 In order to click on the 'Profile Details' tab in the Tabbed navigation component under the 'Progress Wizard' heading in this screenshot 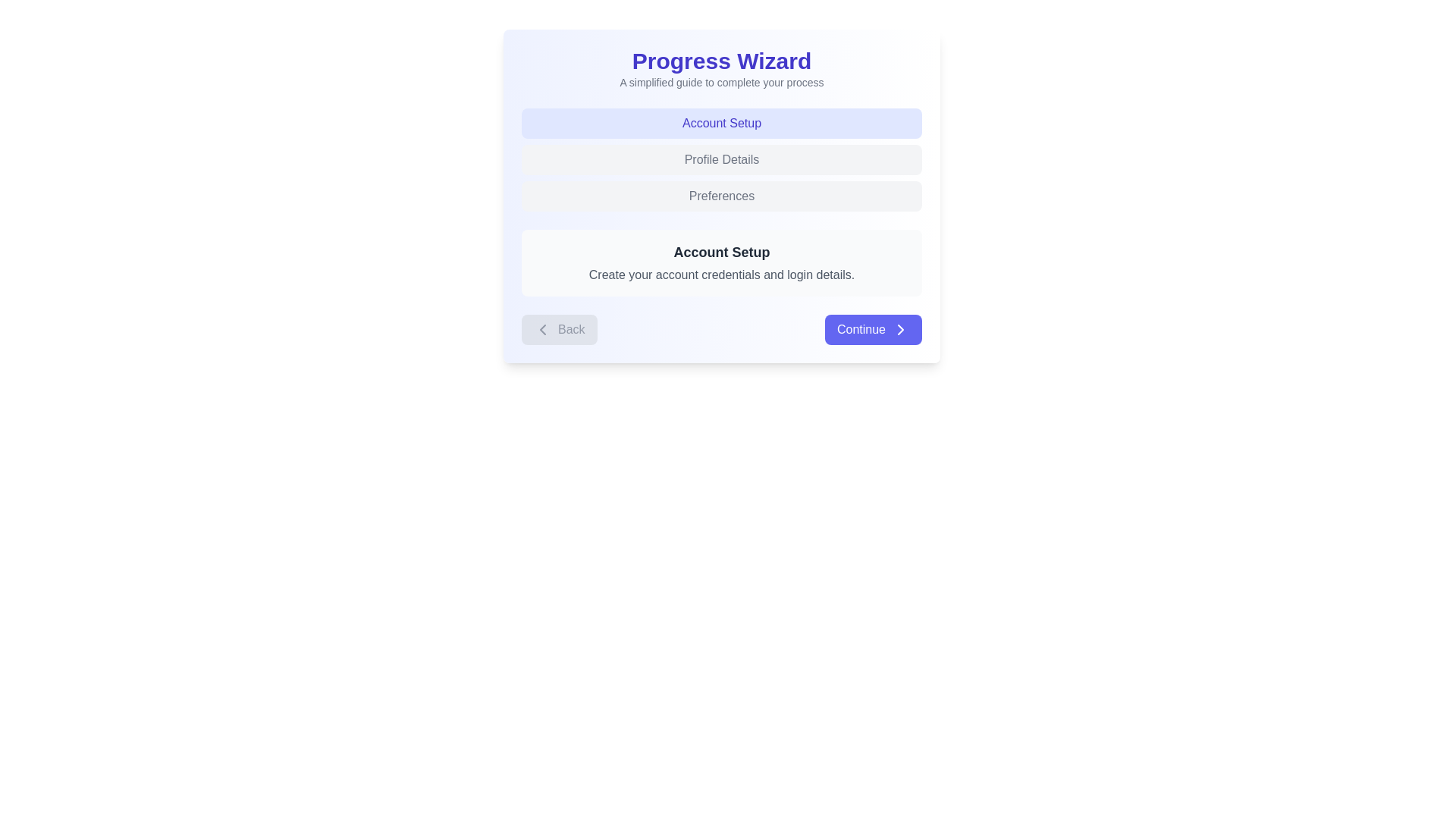, I will do `click(720, 160)`.